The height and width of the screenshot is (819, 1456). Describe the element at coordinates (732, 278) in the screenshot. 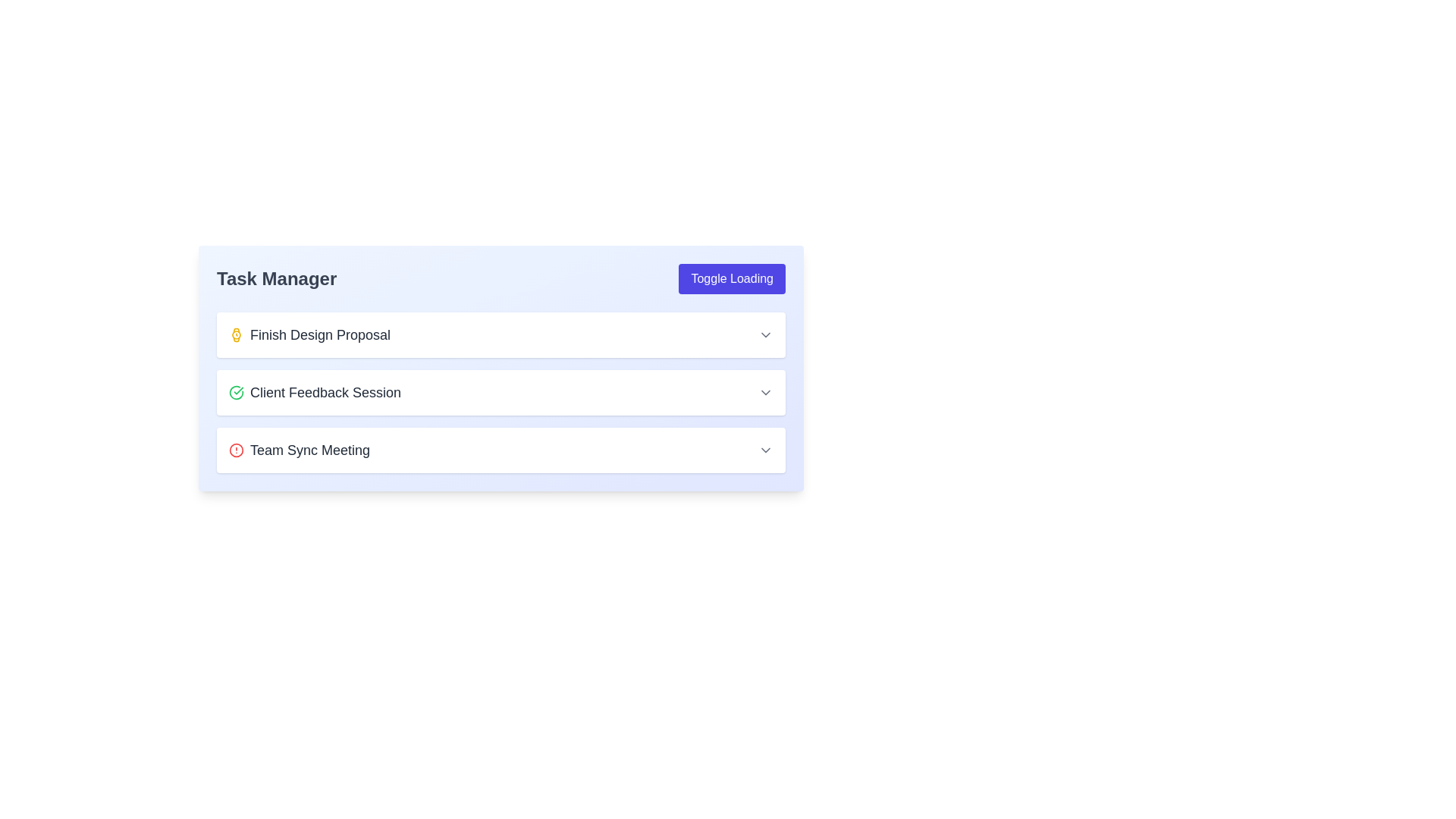

I see `the interactive button located in the upper right corner of the header section` at that location.